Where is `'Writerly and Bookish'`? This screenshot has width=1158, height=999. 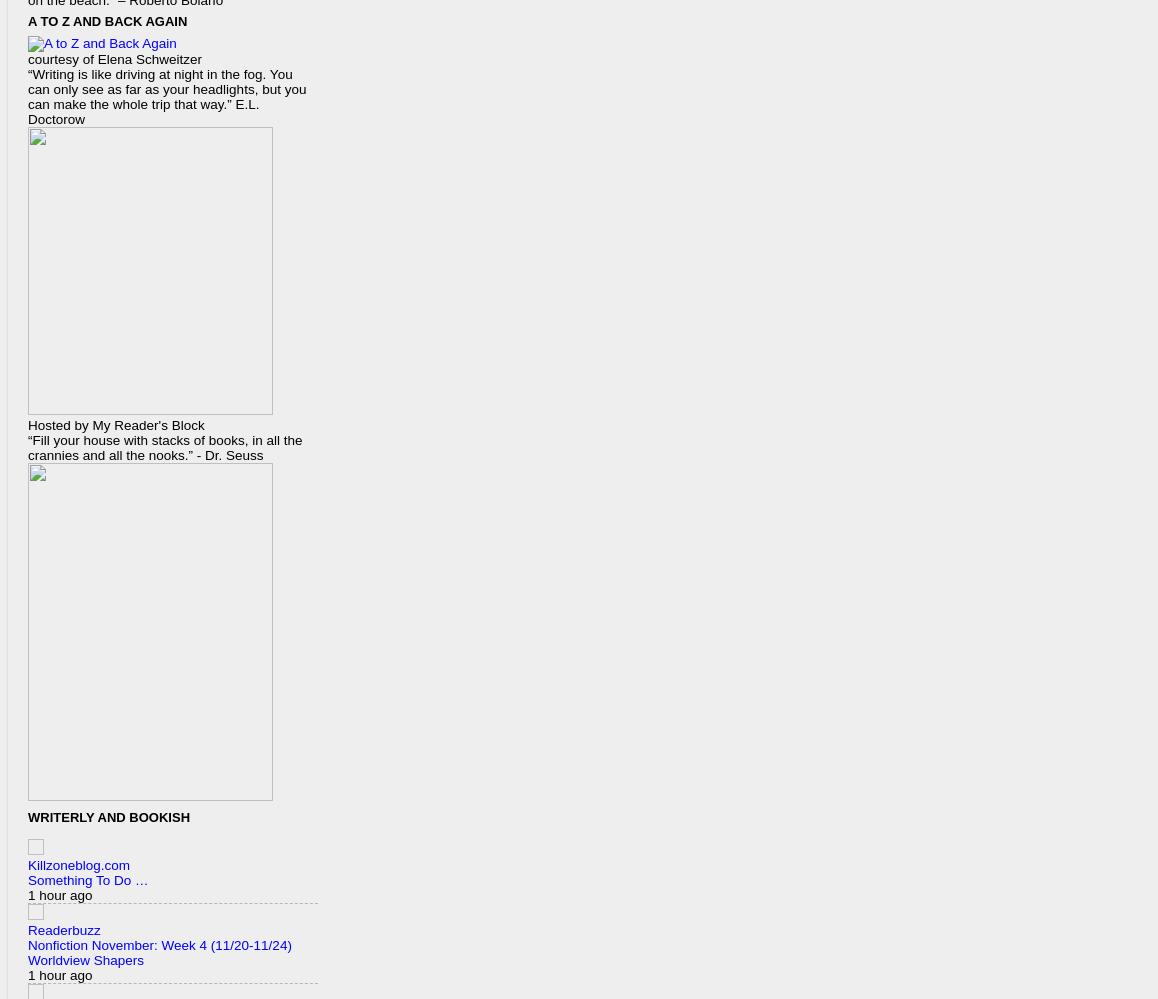 'Writerly and Bookish' is located at coordinates (108, 817).